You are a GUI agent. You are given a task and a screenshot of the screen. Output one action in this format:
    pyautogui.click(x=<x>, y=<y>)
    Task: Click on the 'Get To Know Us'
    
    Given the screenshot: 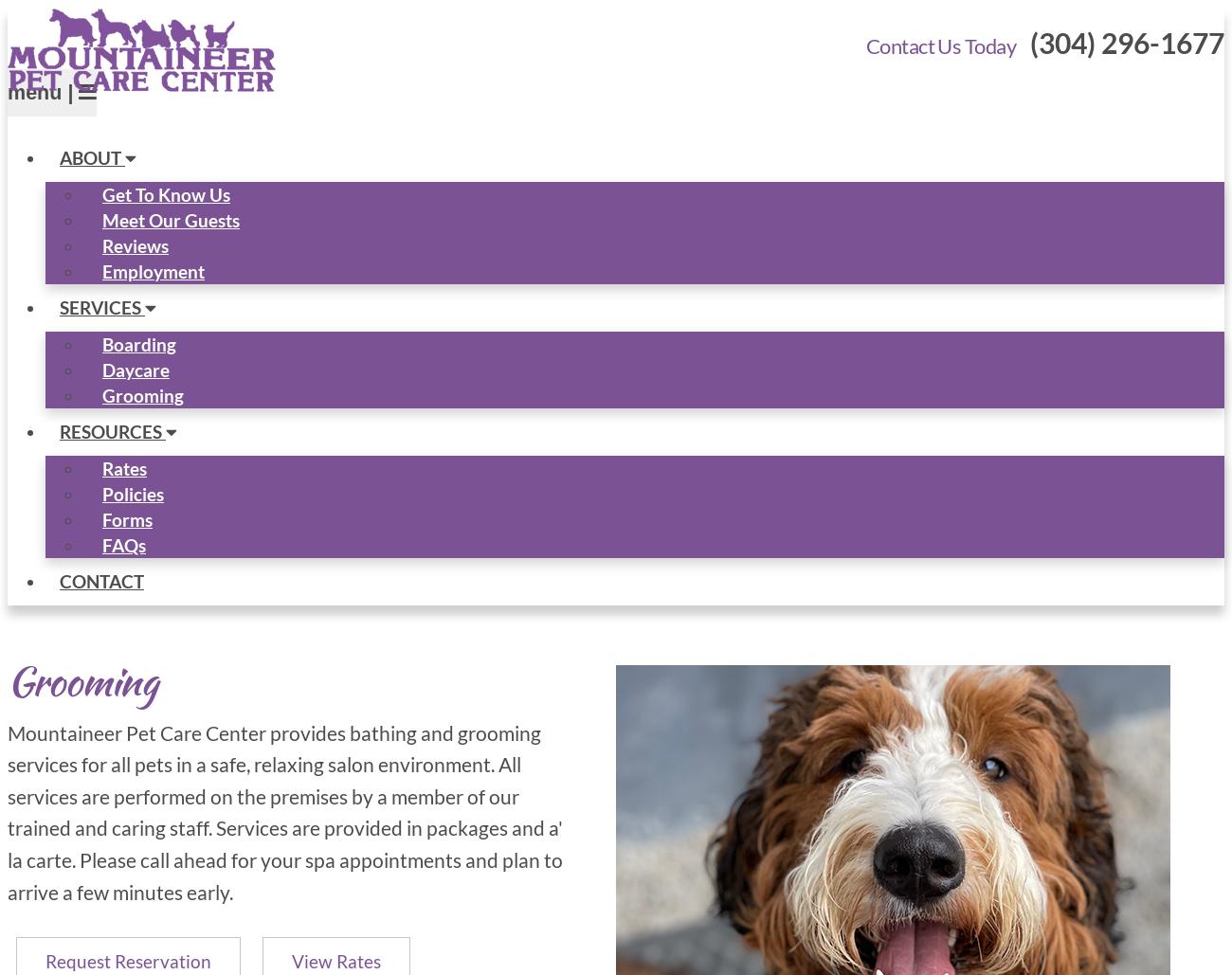 What is the action you would take?
    pyautogui.click(x=102, y=193)
    